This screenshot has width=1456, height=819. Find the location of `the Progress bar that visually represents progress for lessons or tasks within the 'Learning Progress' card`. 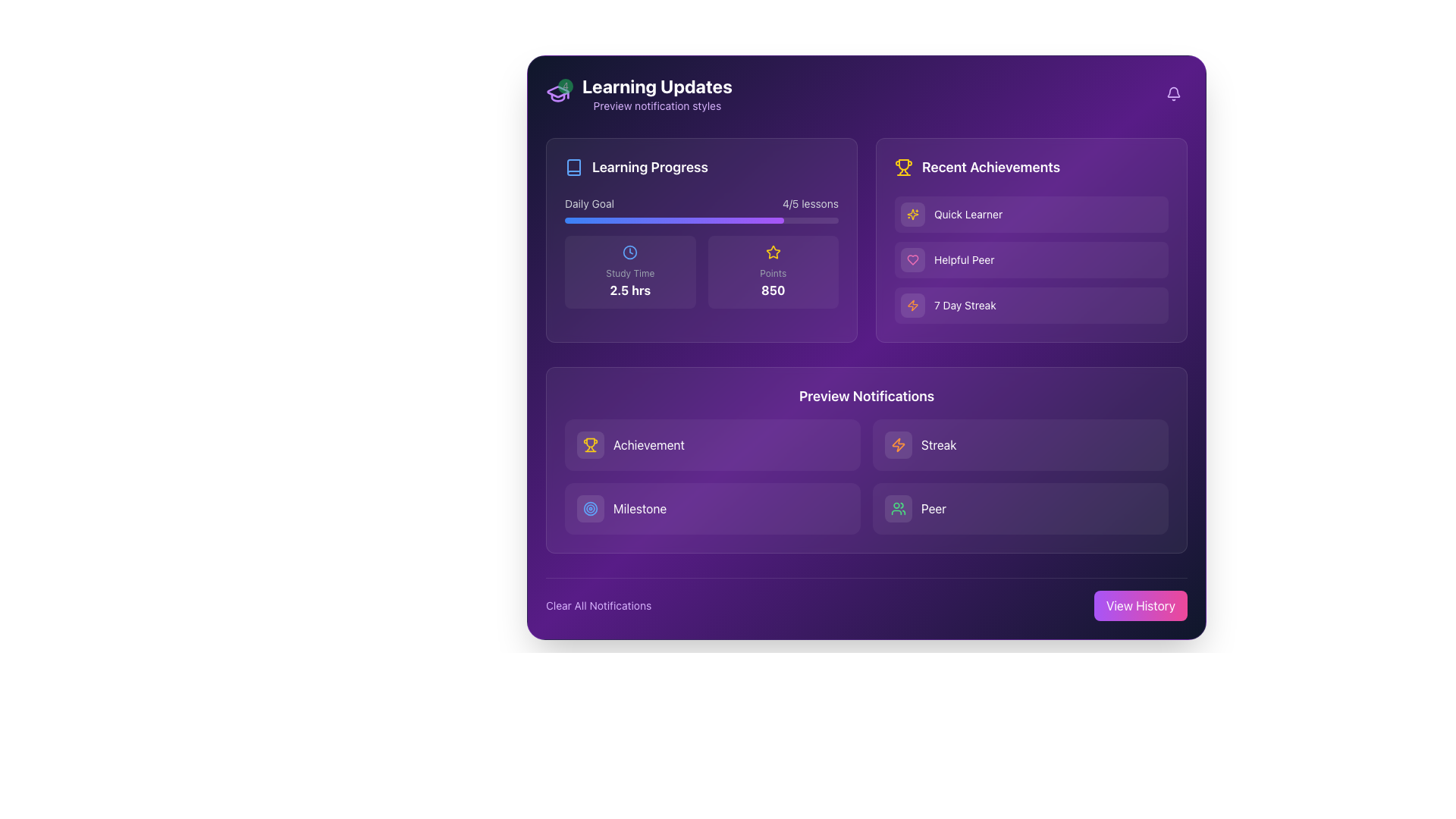

the Progress bar that visually represents progress for lessons or tasks within the 'Learning Progress' card is located at coordinates (673, 220).